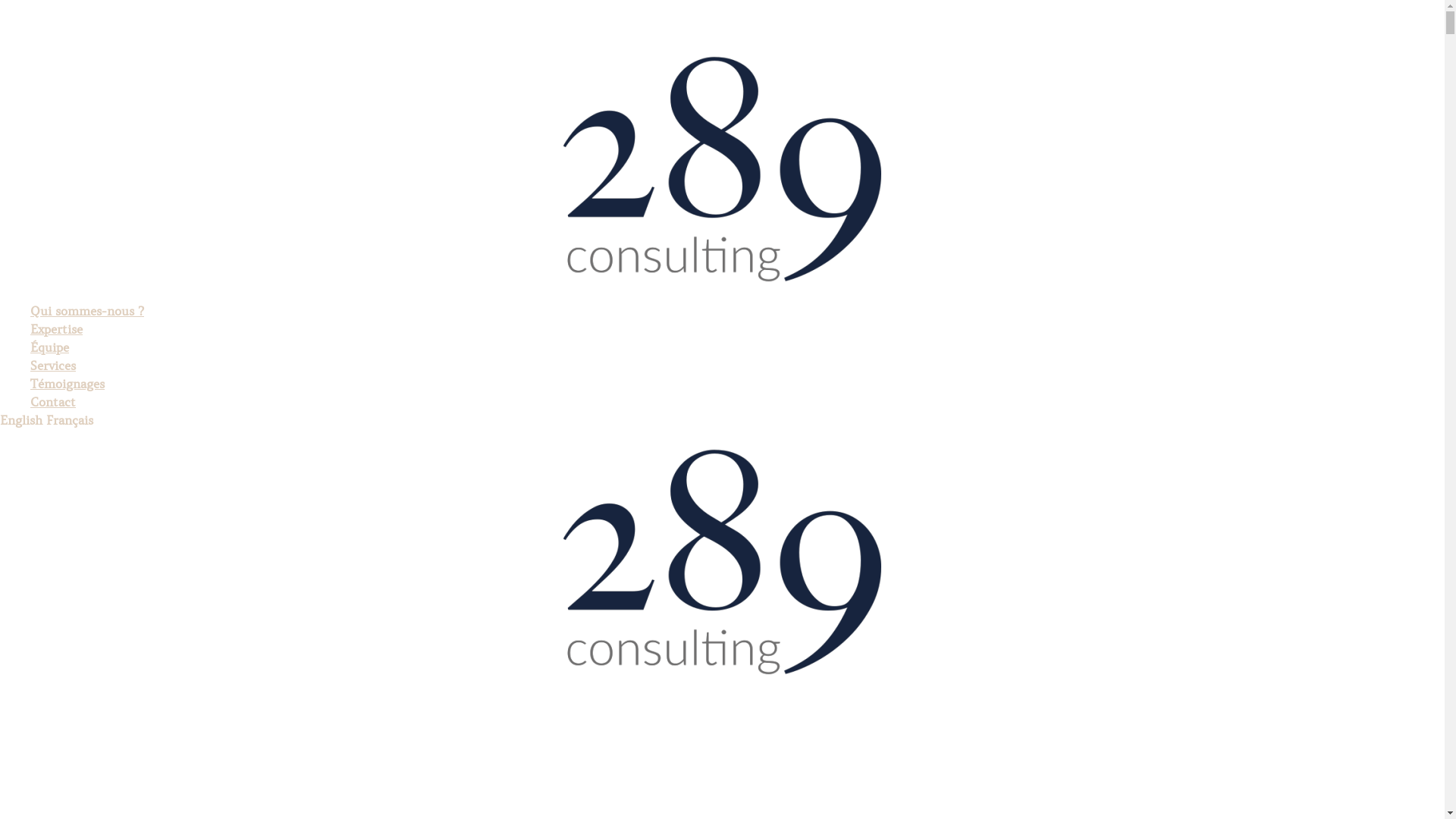 This screenshot has width=1456, height=819. What do you see at coordinates (21, 420) in the screenshot?
I see `'English'` at bounding box center [21, 420].